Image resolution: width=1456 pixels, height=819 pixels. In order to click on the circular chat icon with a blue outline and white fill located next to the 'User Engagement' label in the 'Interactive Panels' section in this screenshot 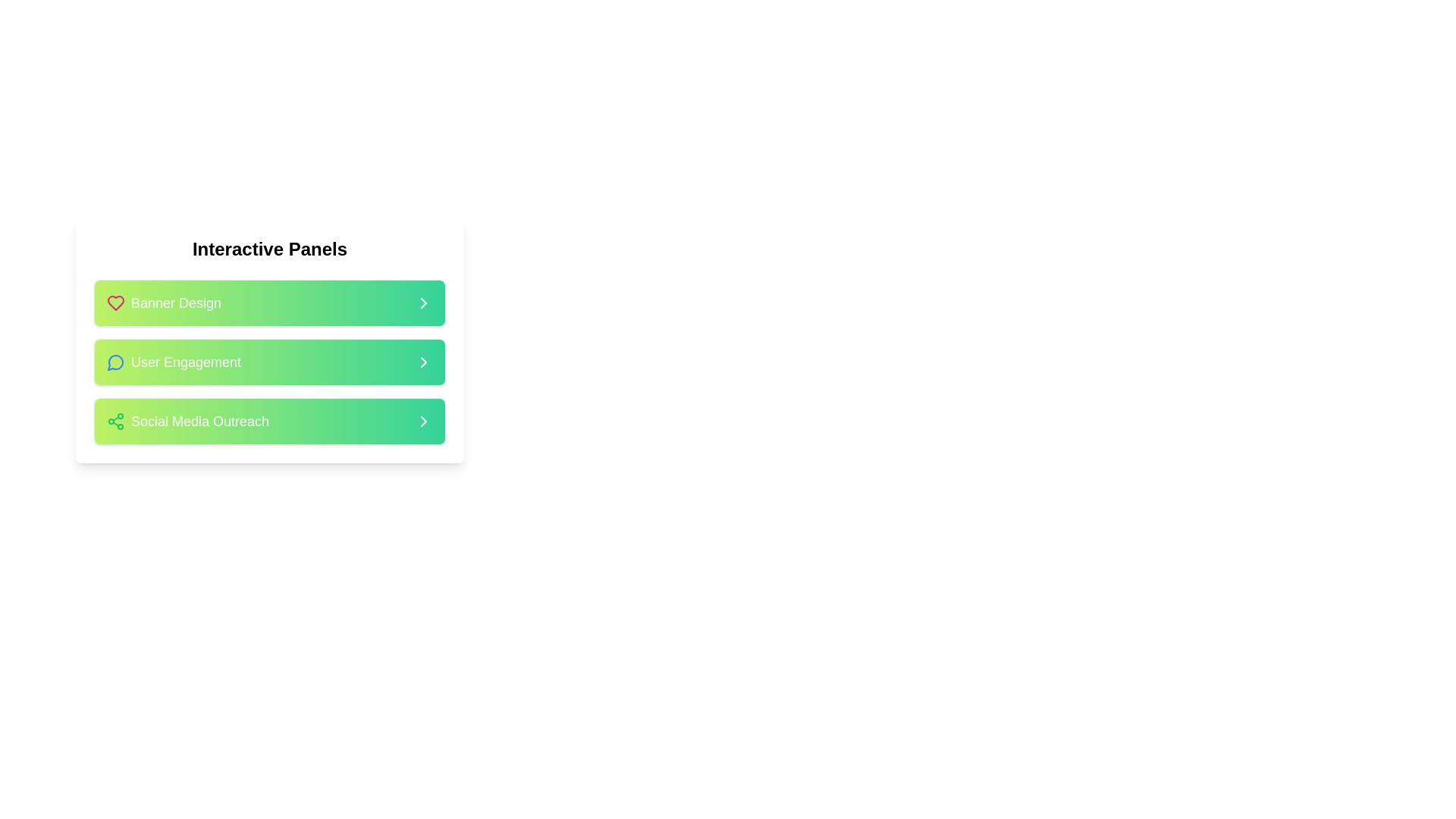, I will do `click(115, 362)`.